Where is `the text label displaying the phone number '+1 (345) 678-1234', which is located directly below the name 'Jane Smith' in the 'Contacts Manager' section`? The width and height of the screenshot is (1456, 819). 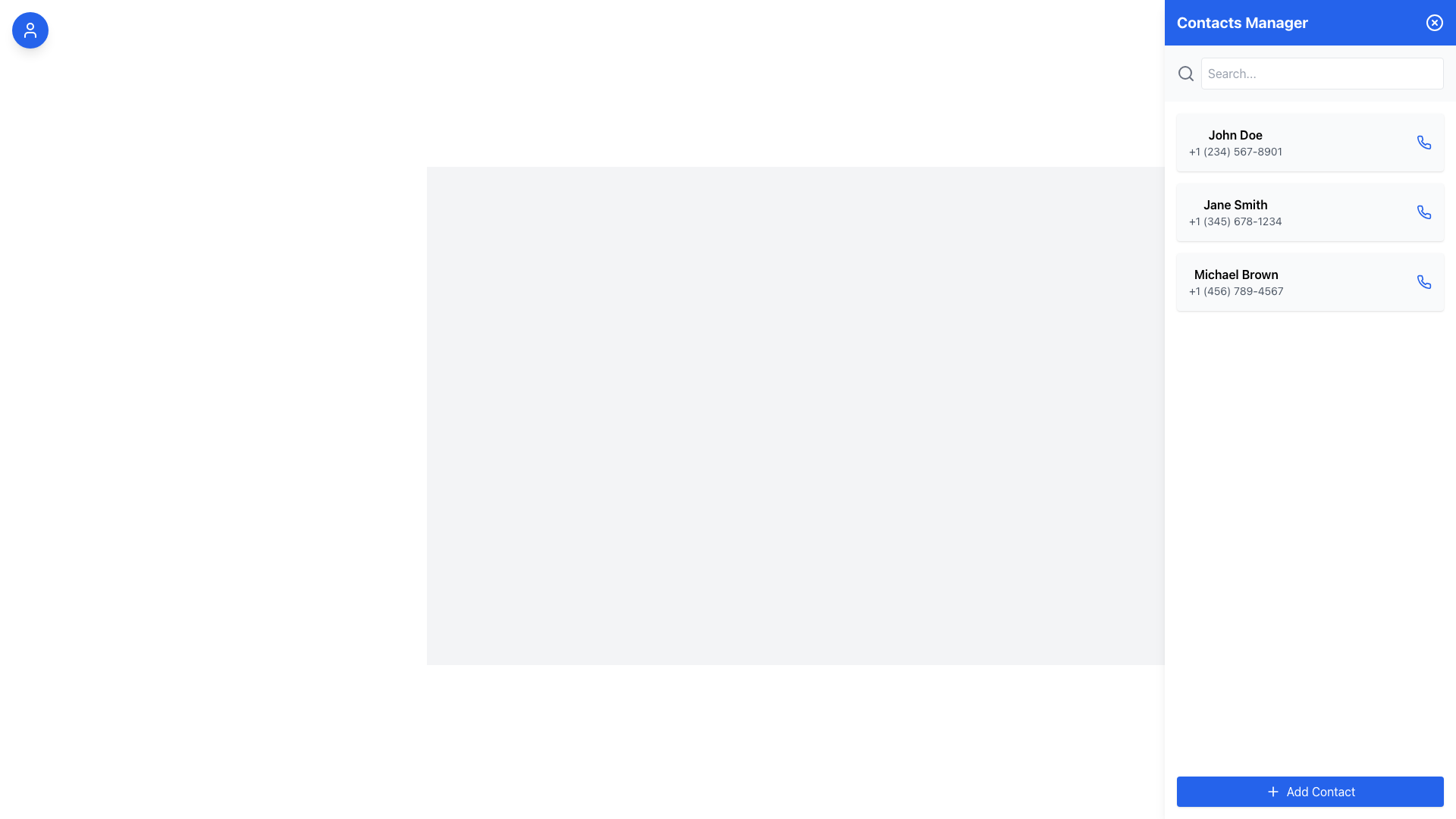
the text label displaying the phone number '+1 (345) 678-1234', which is located directly below the name 'Jane Smith' in the 'Contacts Manager' section is located at coordinates (1235, 221).